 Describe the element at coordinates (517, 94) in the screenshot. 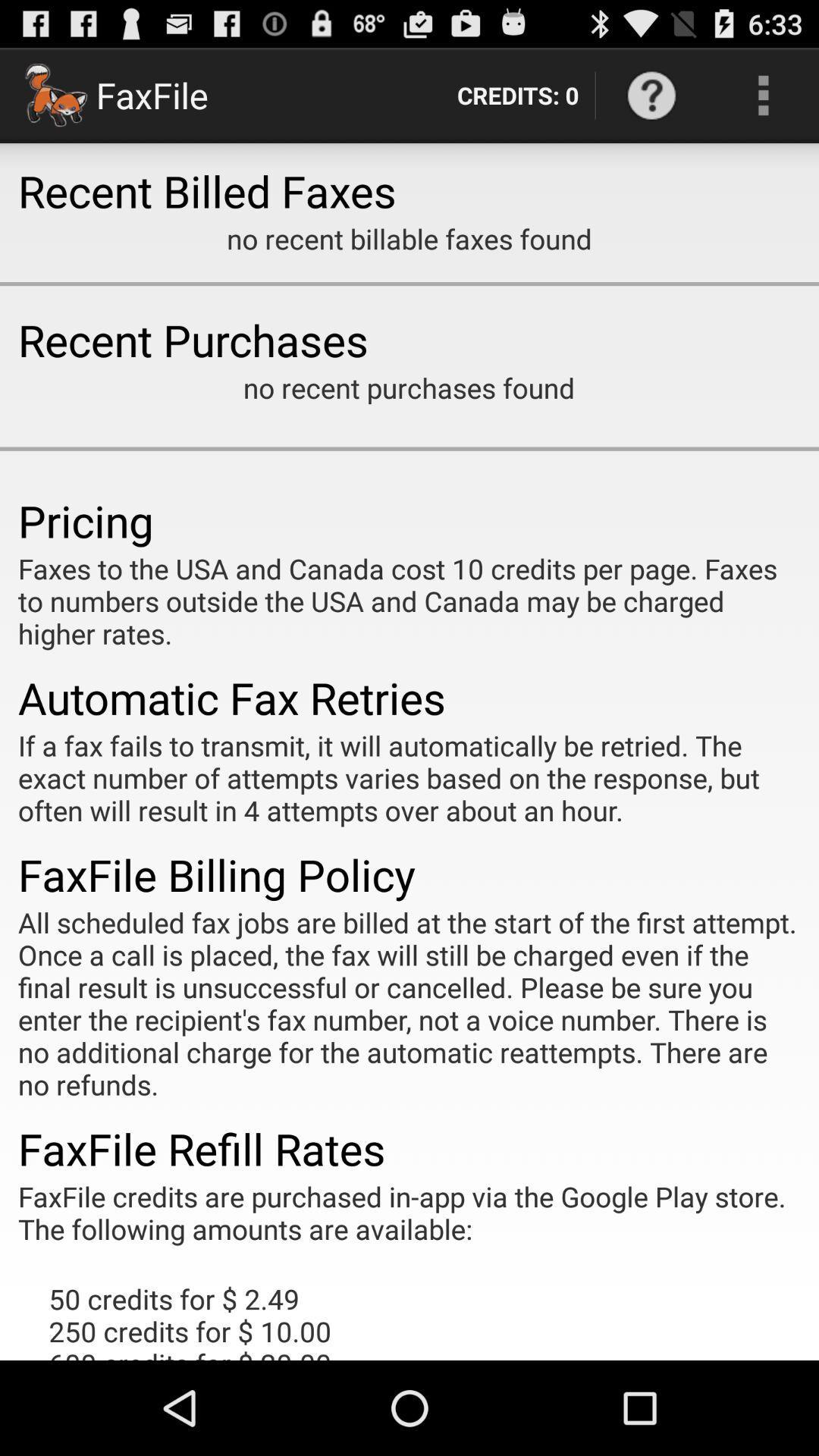

I see `app above no recent billable app` at that location.